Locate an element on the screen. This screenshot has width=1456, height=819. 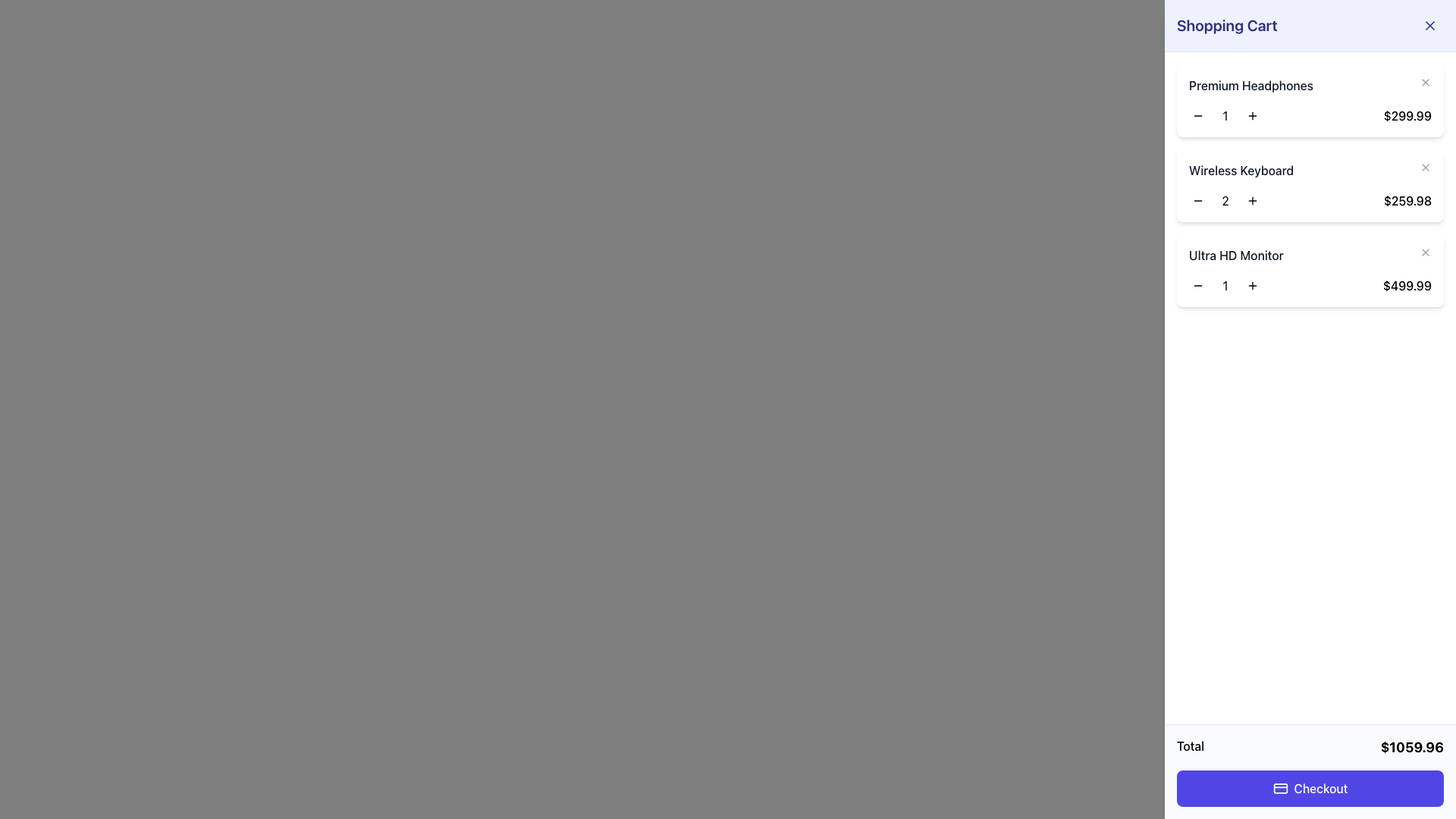
the plus icon button located within the 'Ultra HD Monitor' interface in the shopping cart is located at coordinates (1252, 286).